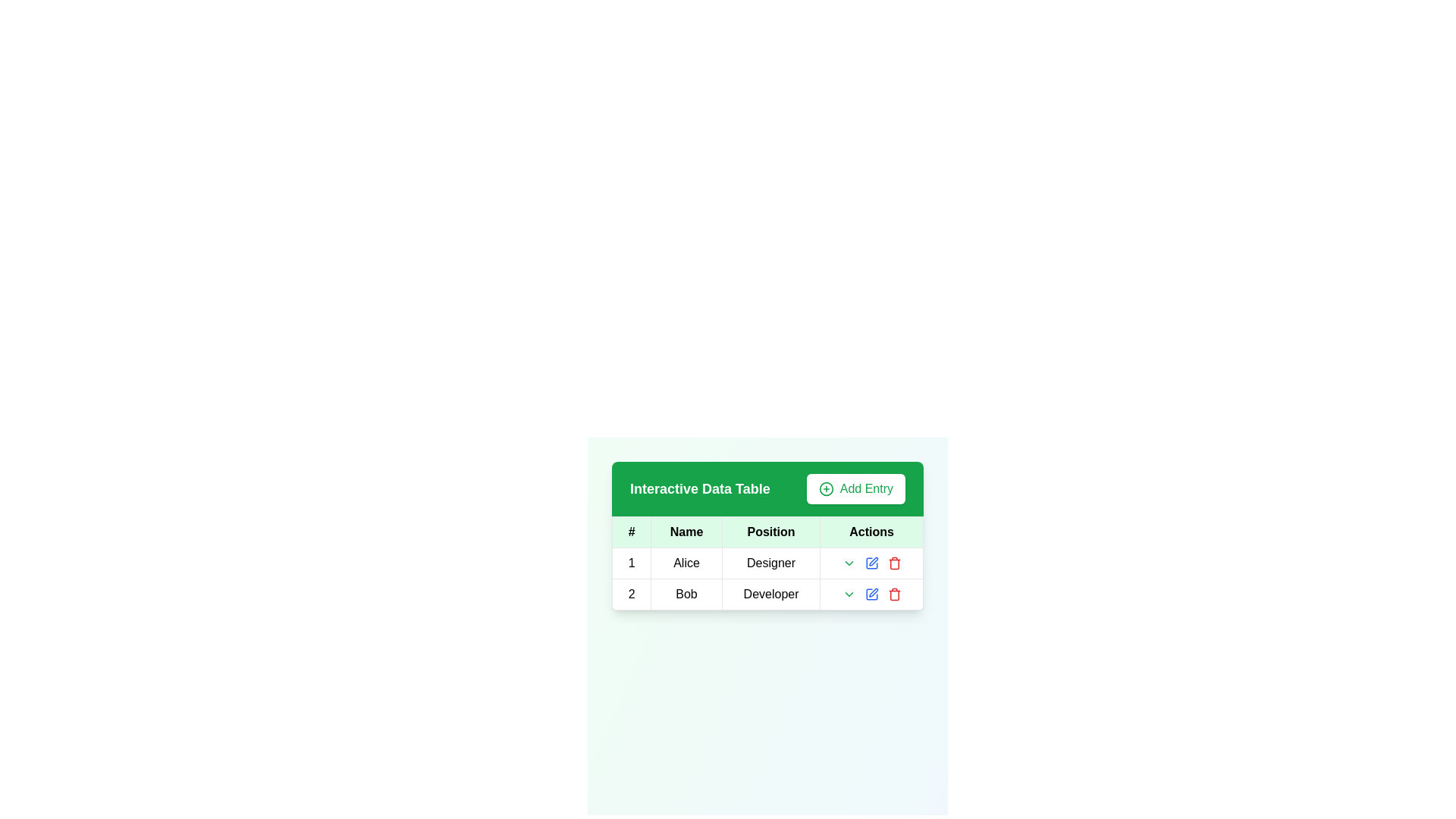 This screenshot has width=1456, height=819. What do you see at coordinates (767, 563) in the screenshot?
I see `the static text element displaying 'Designer' located in the 'Position' column of the table, adjacent to the 'Name' cell containing 'Alice'` at bounding box center [767, 563].